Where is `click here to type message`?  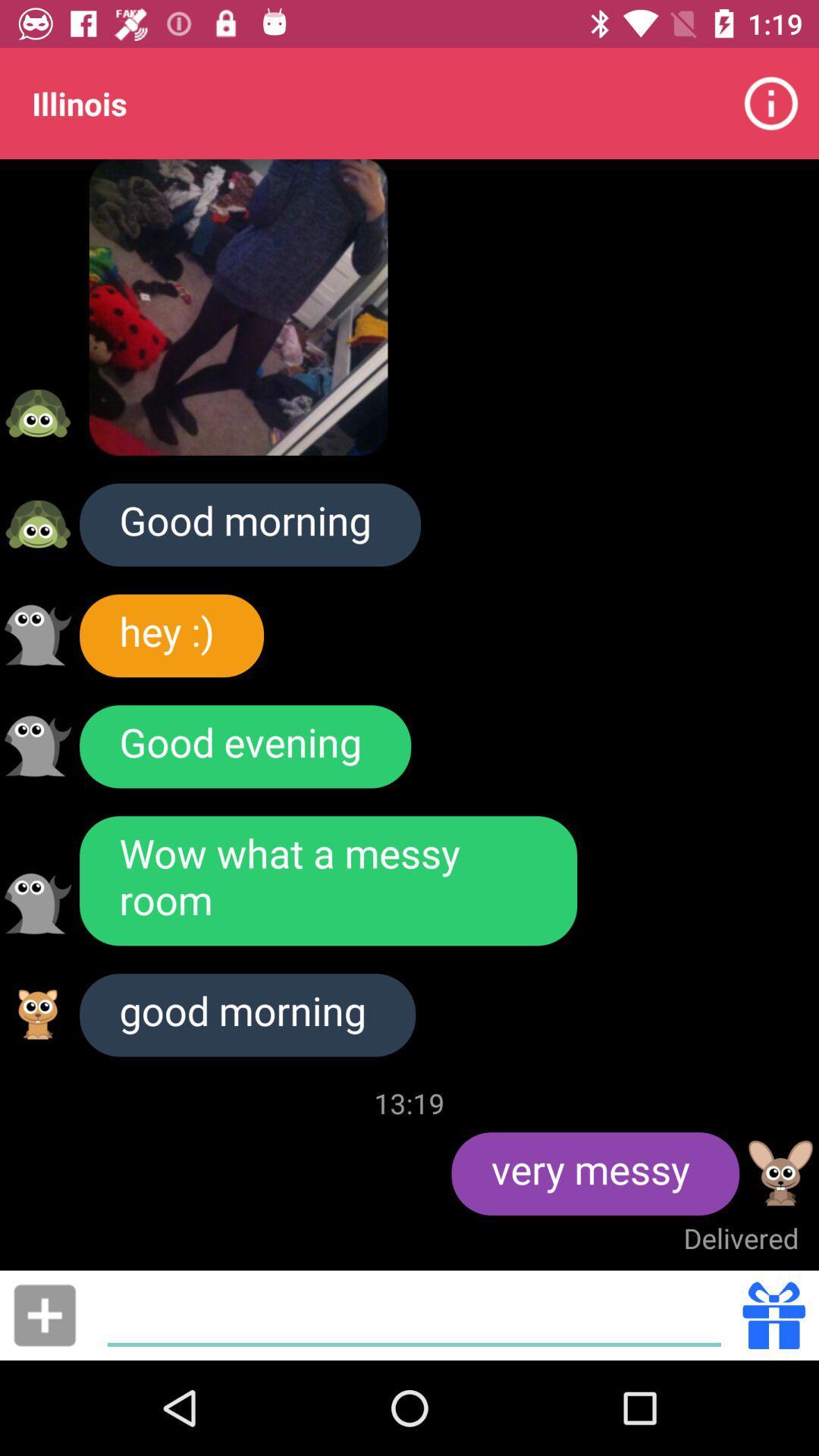 click here to type message is located at coordinates (414, 1314).